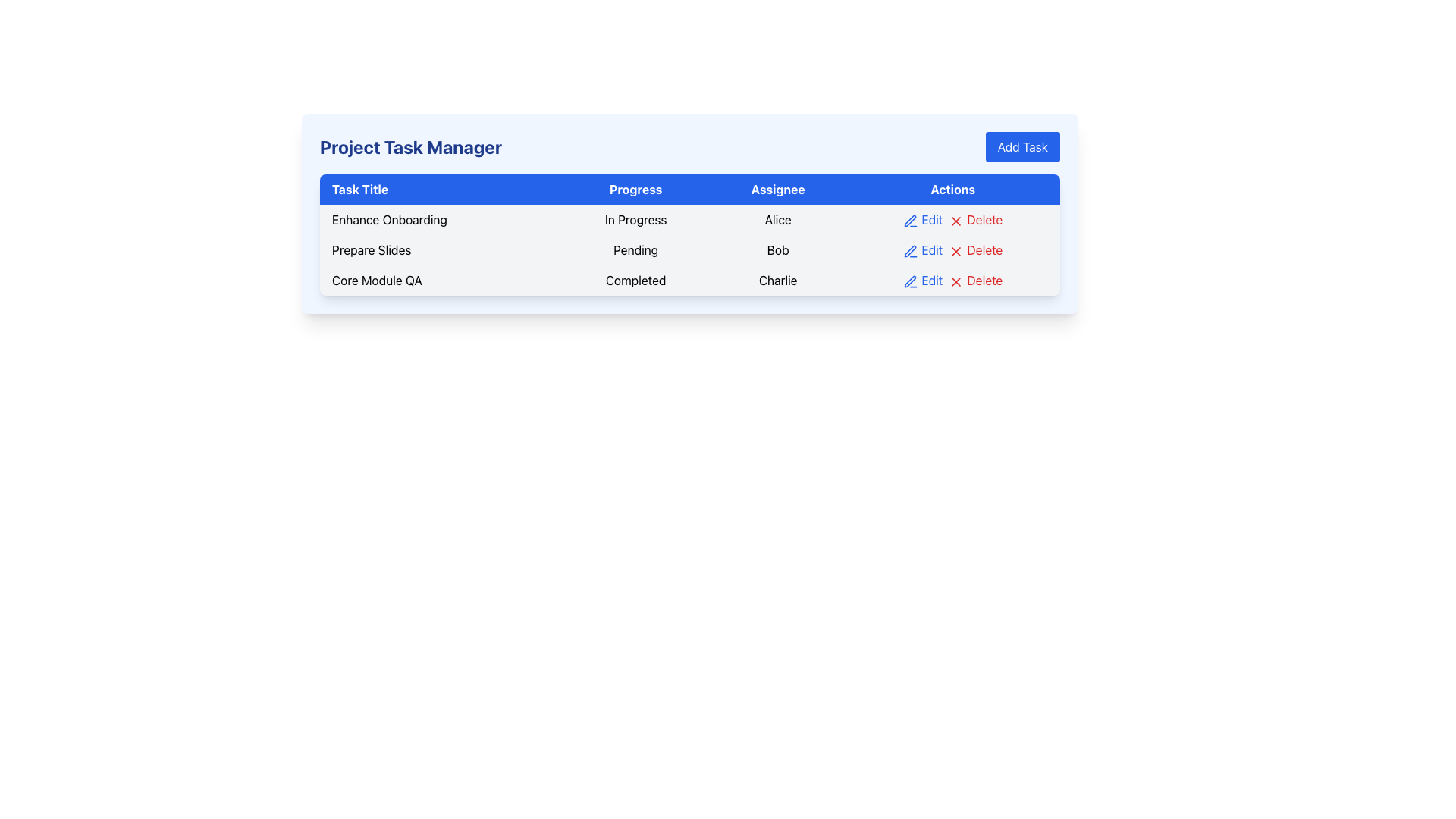 Image resolution: width=1456 pixels, height=819 pixels. What do you see at coordinates (952, 249) in the screenshot?
I see `the 'Delete' link in the Actions column of the table for the task 'Prepare Slides' assigned to 'Bob' with status 'Pending'` at bounding box center [952, 249].